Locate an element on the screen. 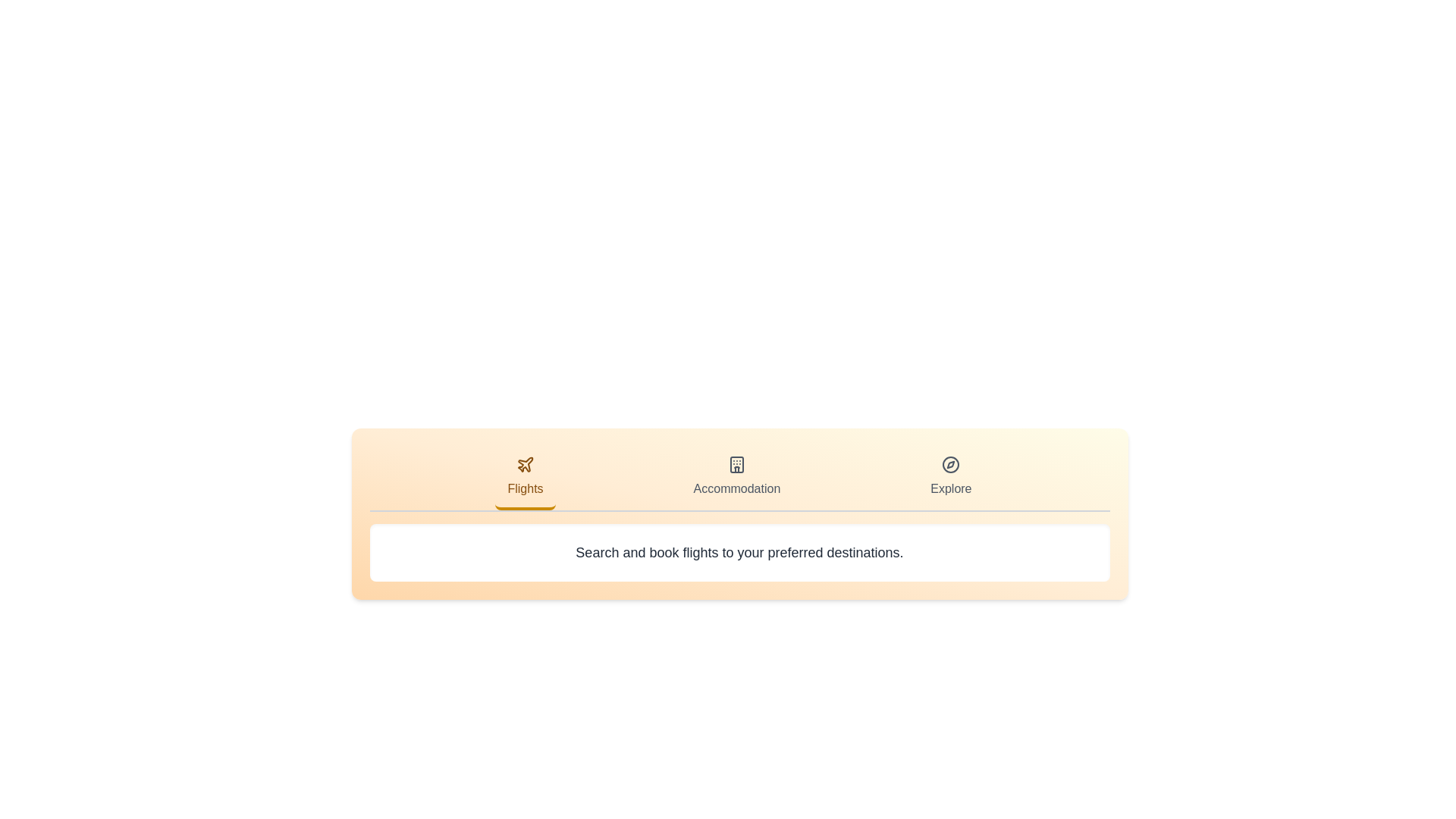  the tab labeled Flights is located at coordinates (525, 479).